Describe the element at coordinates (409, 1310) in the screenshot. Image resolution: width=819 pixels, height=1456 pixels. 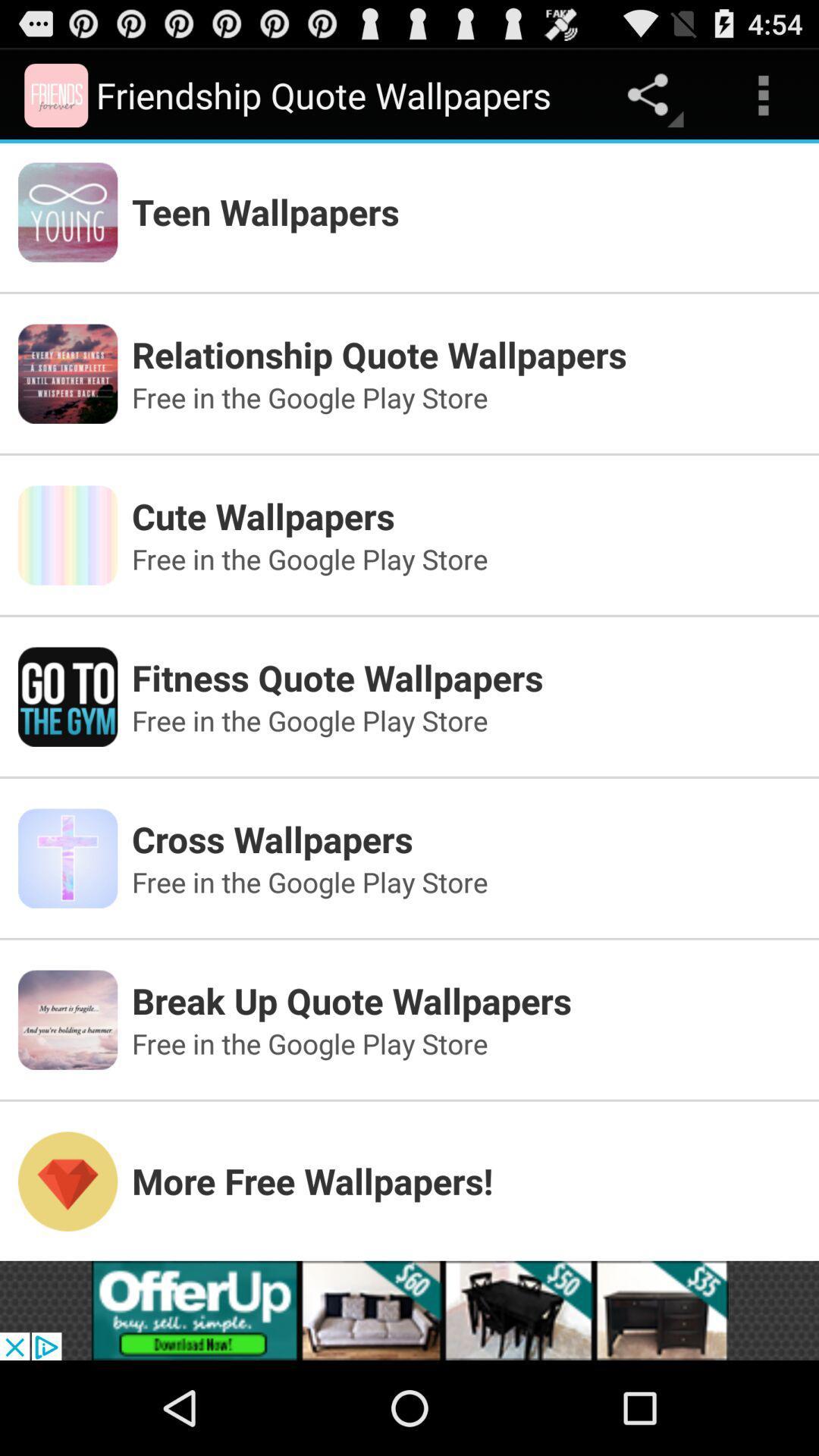
I see `advertisement page` at that location.